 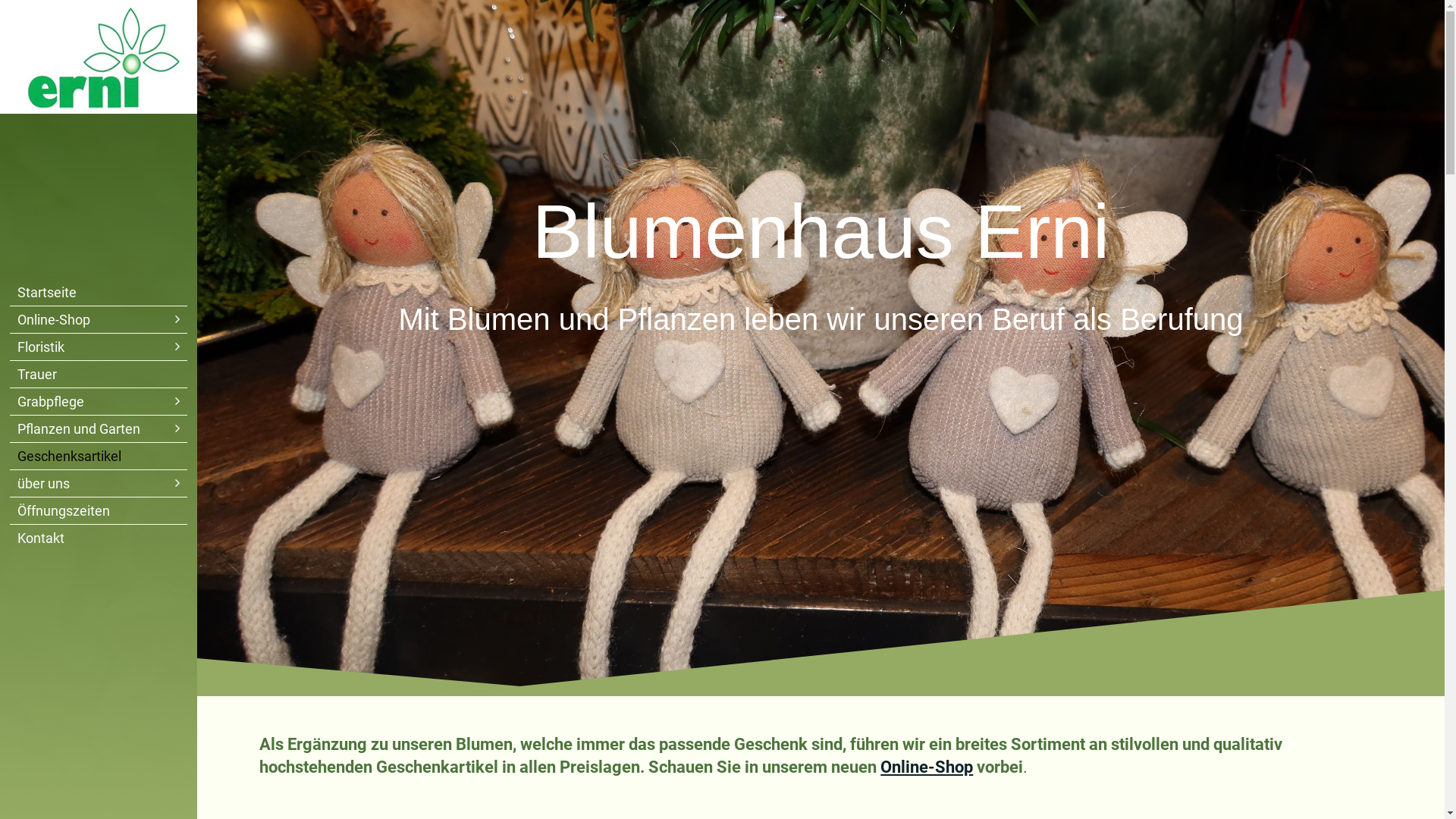 What do you see at coordinates (97, 455) in the screenshot?
I see `'Geschenksartikel'` at bounding box center [97, 455].